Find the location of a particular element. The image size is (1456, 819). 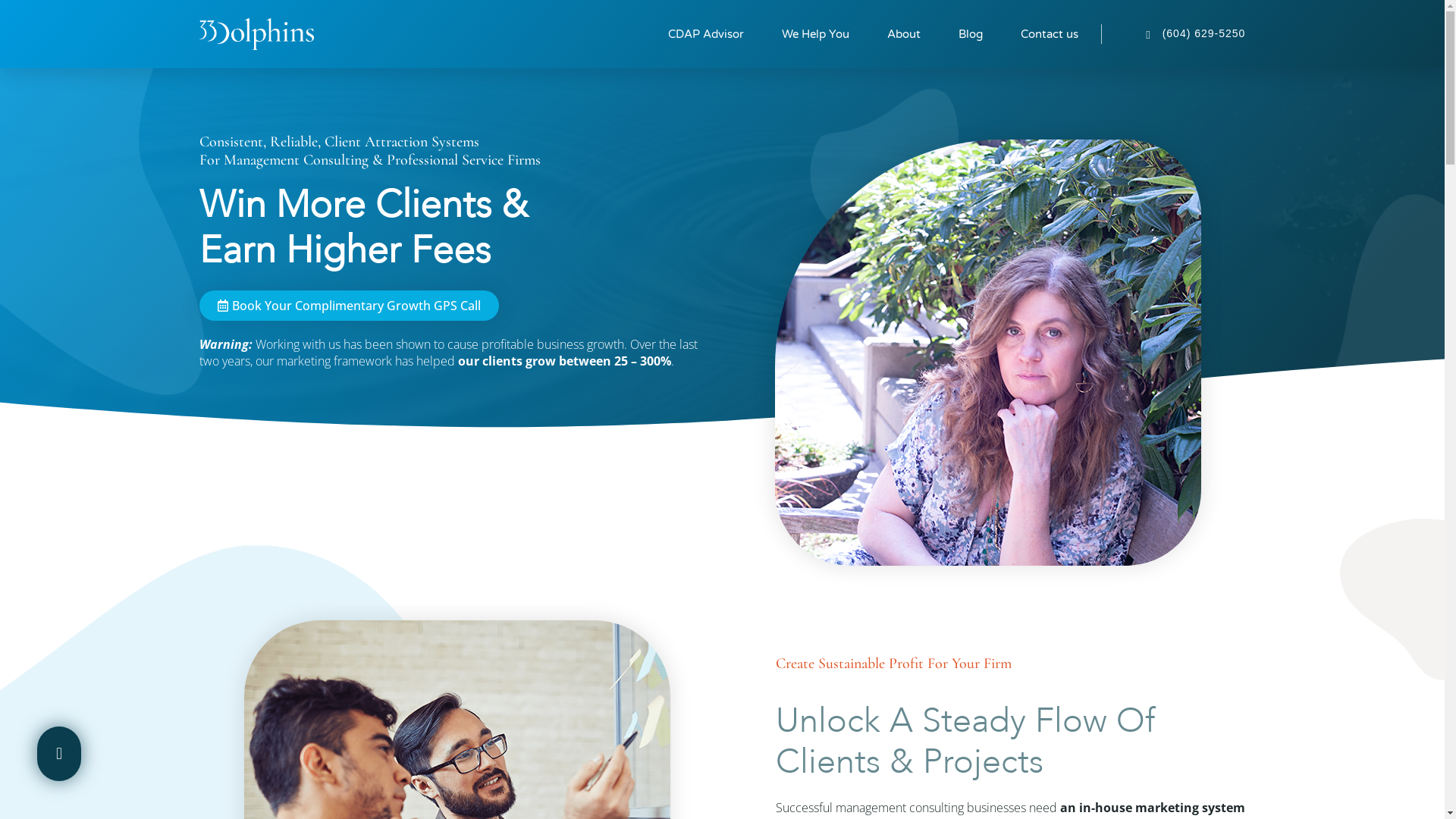

'We Help You' is located at coordinates (814, 34).